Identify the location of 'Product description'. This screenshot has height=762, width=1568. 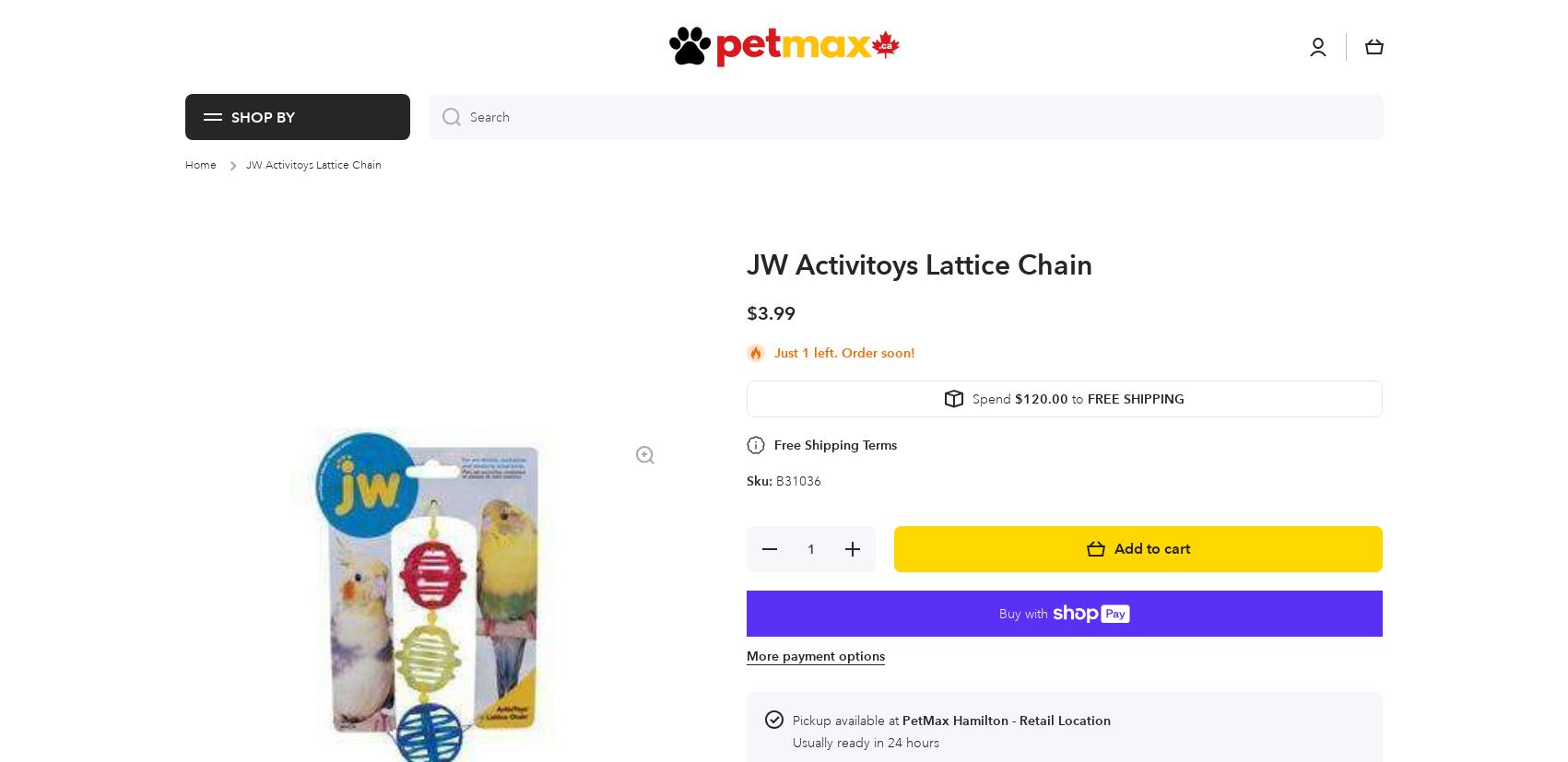
(773, 460).